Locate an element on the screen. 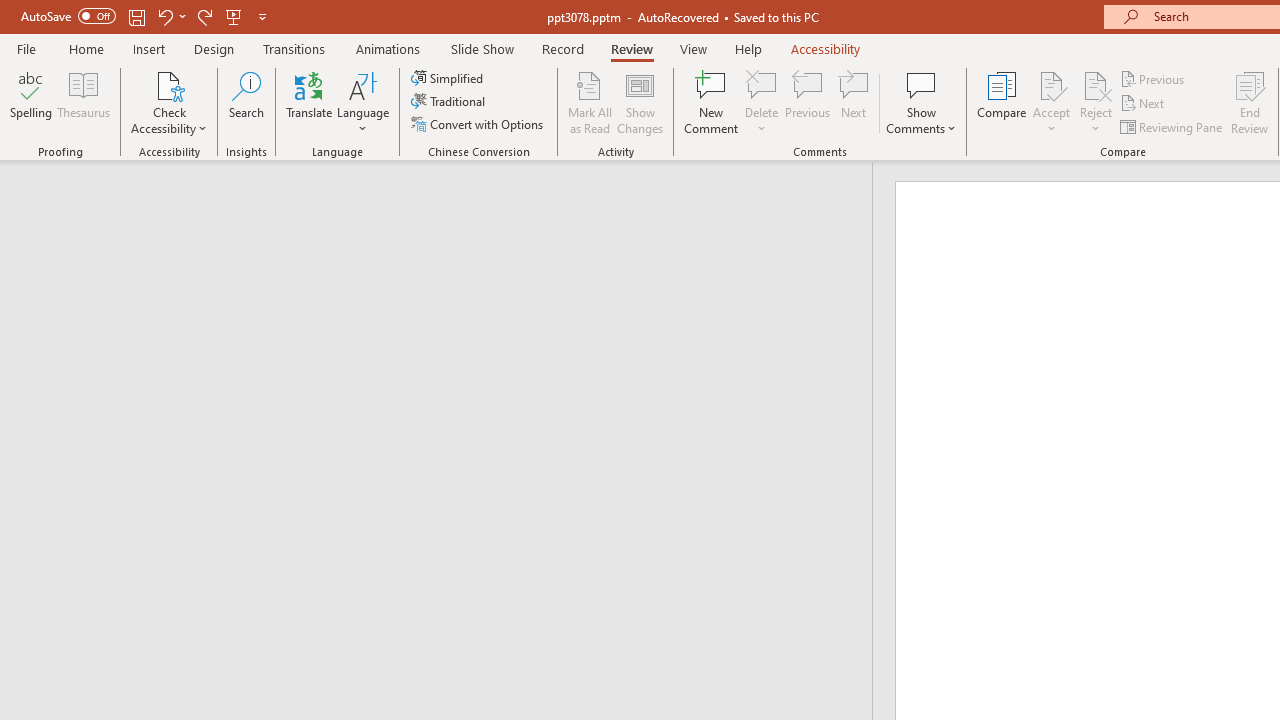 The width and height of the screenshot is (1280, 720). 'Previous' is located at coordinates (1153, 78).